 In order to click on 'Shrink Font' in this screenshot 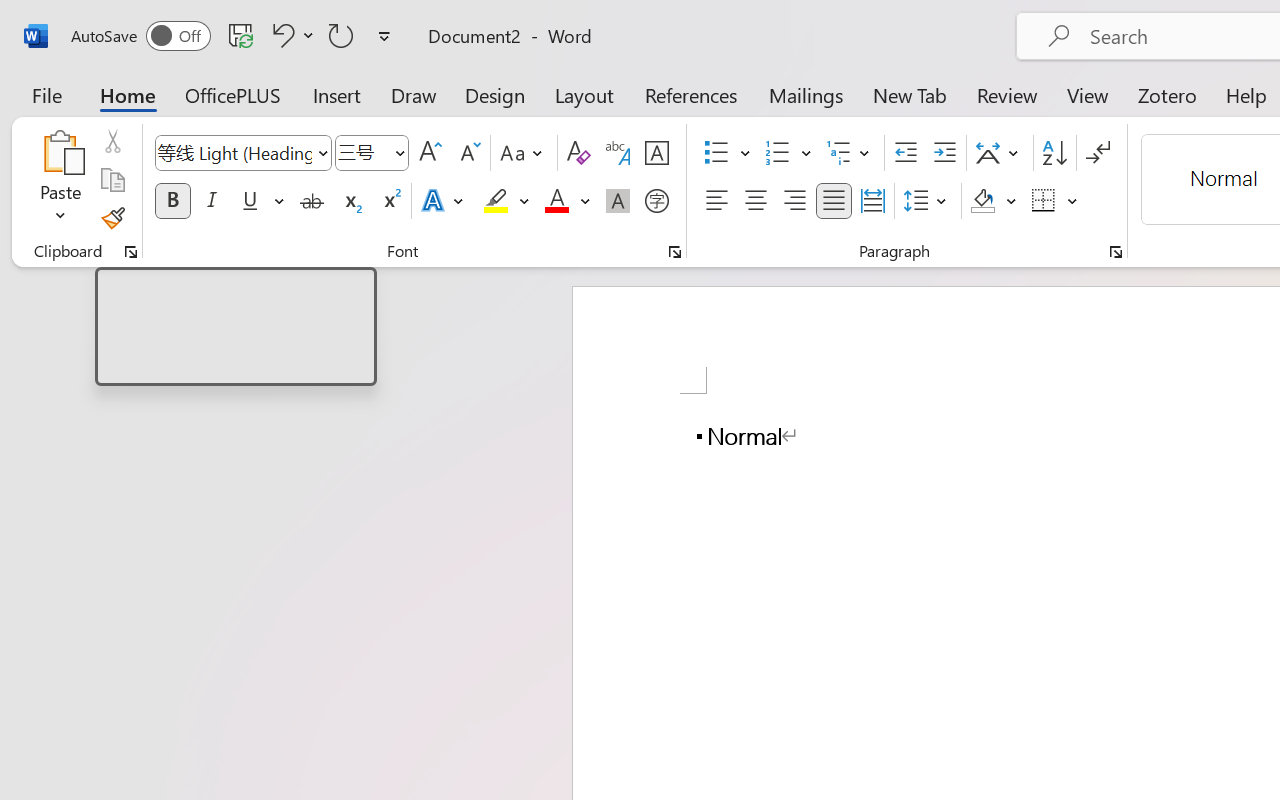, I will do `click(467, 153)`.